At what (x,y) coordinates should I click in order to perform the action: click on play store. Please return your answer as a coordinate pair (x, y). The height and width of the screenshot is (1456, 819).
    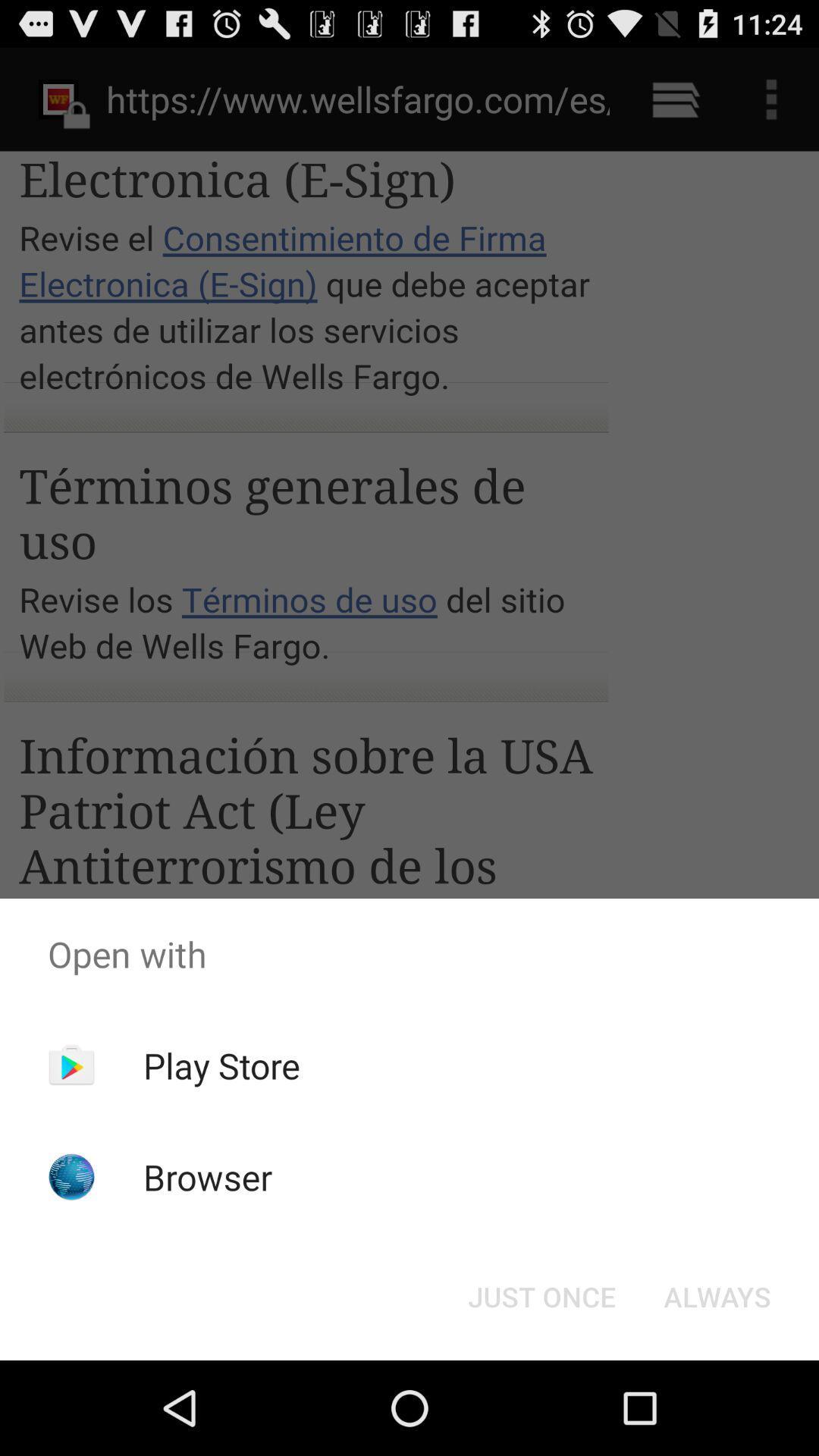
    Looking at the image, I should click on (221, 1065).